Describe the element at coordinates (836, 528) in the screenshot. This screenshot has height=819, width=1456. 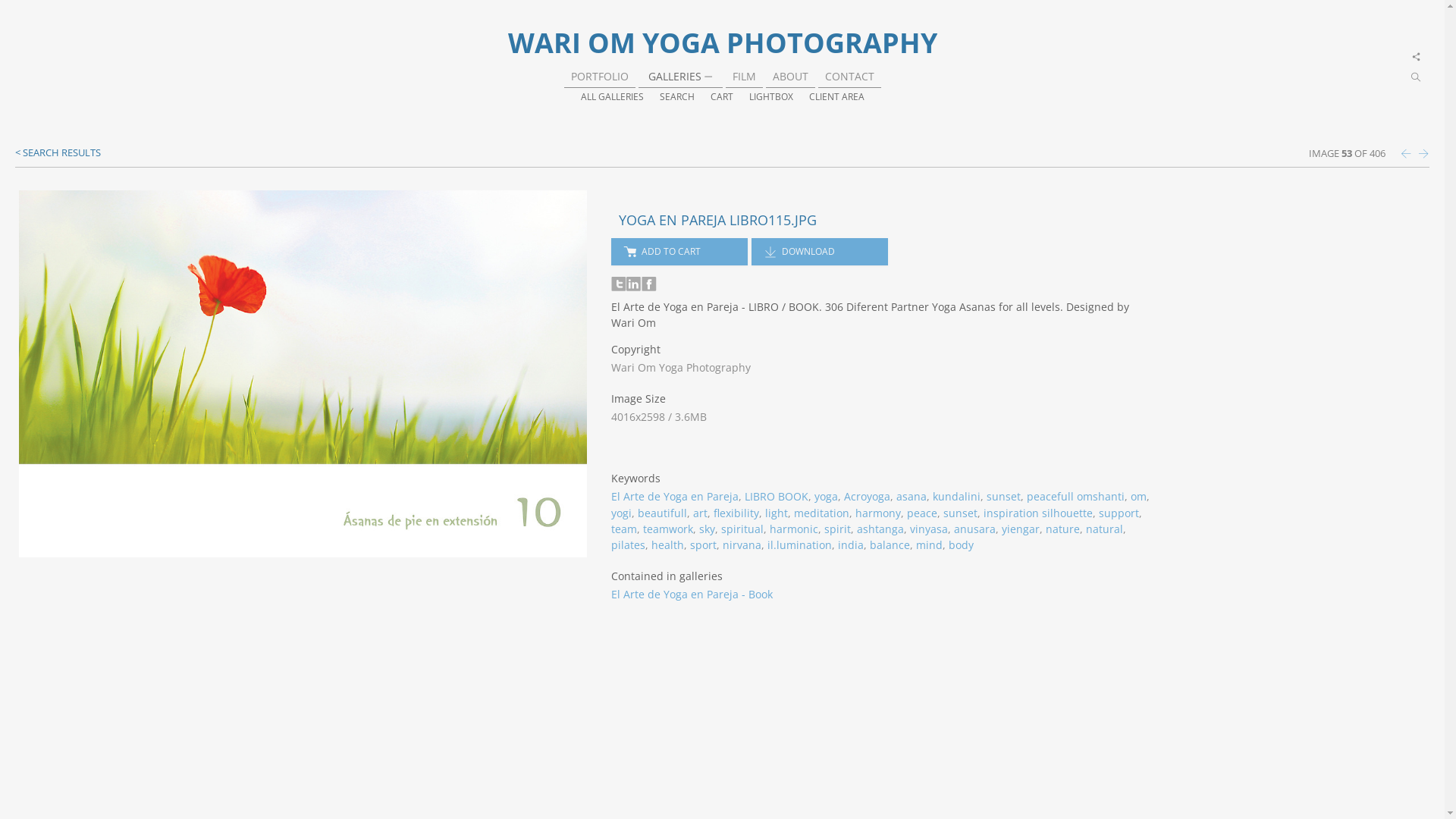
I see `'spirit'` at that location.